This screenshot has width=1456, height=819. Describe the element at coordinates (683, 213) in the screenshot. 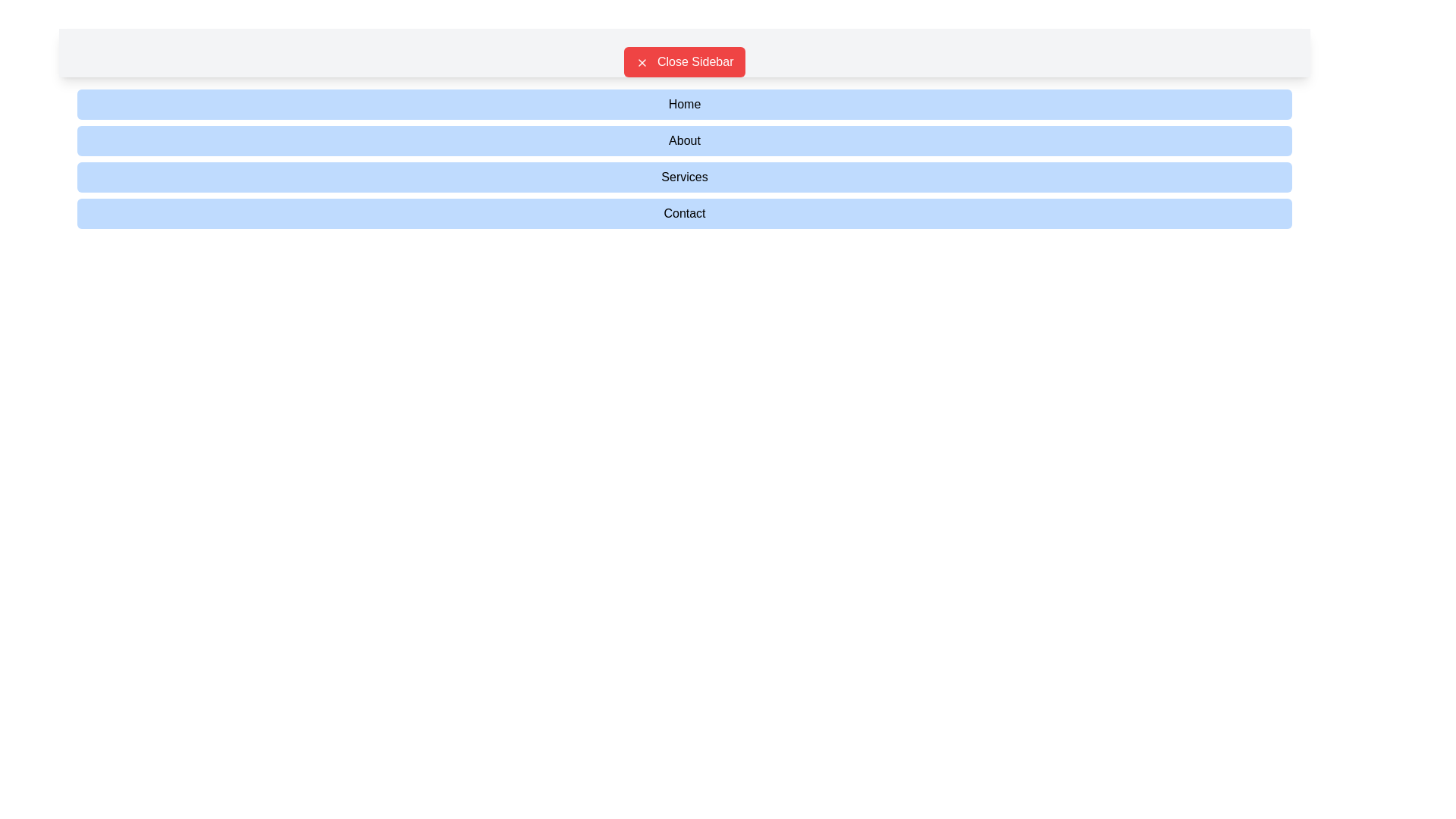

I see `the 'Contact' button located at the bottom of a vertically stacked list of buttons` at that location.